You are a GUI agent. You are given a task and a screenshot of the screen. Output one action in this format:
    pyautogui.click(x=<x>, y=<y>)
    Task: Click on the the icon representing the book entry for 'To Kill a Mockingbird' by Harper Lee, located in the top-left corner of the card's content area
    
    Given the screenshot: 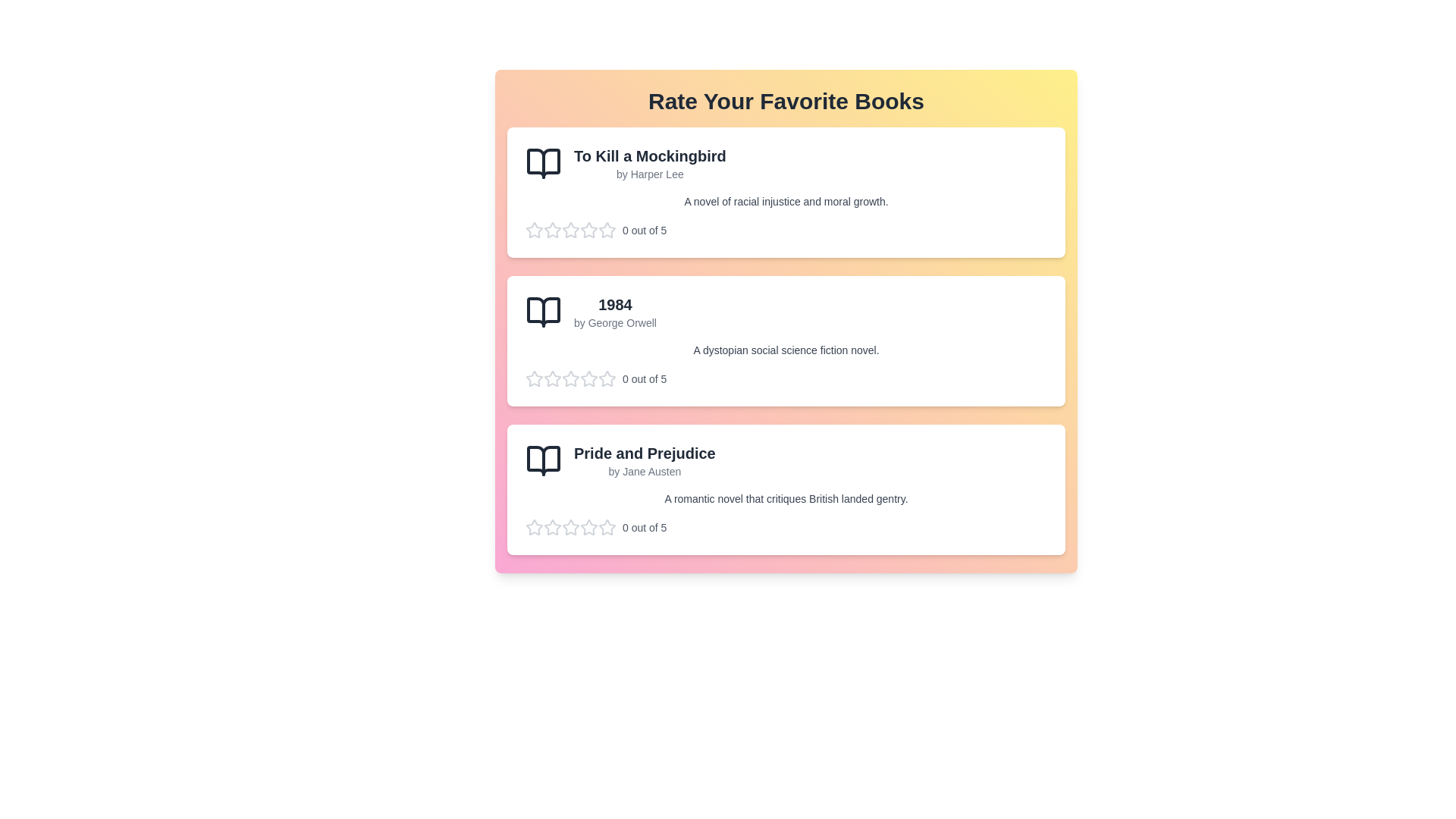 What is the action you would take?
    pyautogui.click(x=543, y=164)
    